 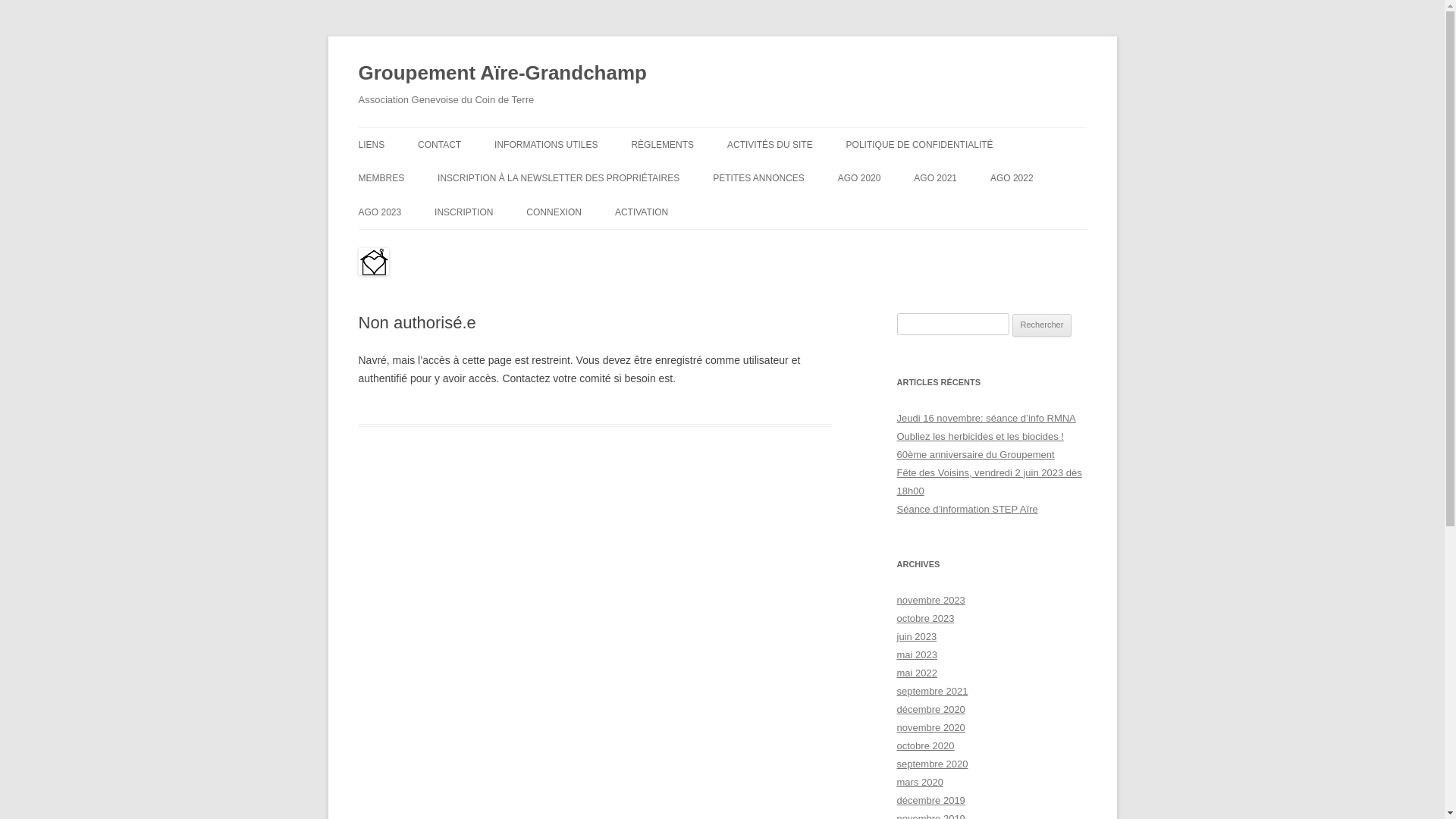 What do you see at coordinates (356, 177) in the screenshot?
I see `'MEMBRES'` at bounding box center [356, 177].